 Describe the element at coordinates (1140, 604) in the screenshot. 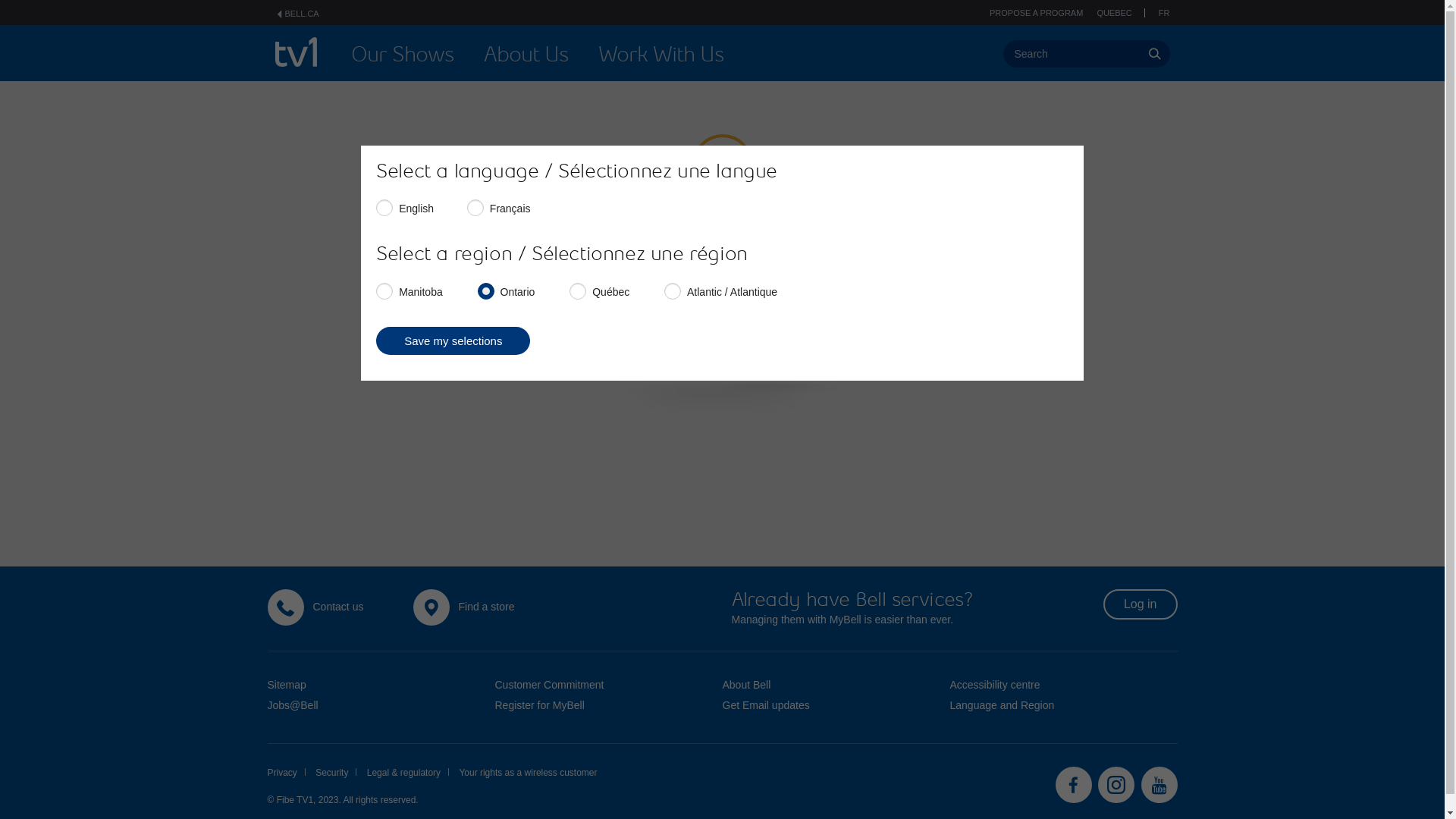

I see `'Log in'` at that location.